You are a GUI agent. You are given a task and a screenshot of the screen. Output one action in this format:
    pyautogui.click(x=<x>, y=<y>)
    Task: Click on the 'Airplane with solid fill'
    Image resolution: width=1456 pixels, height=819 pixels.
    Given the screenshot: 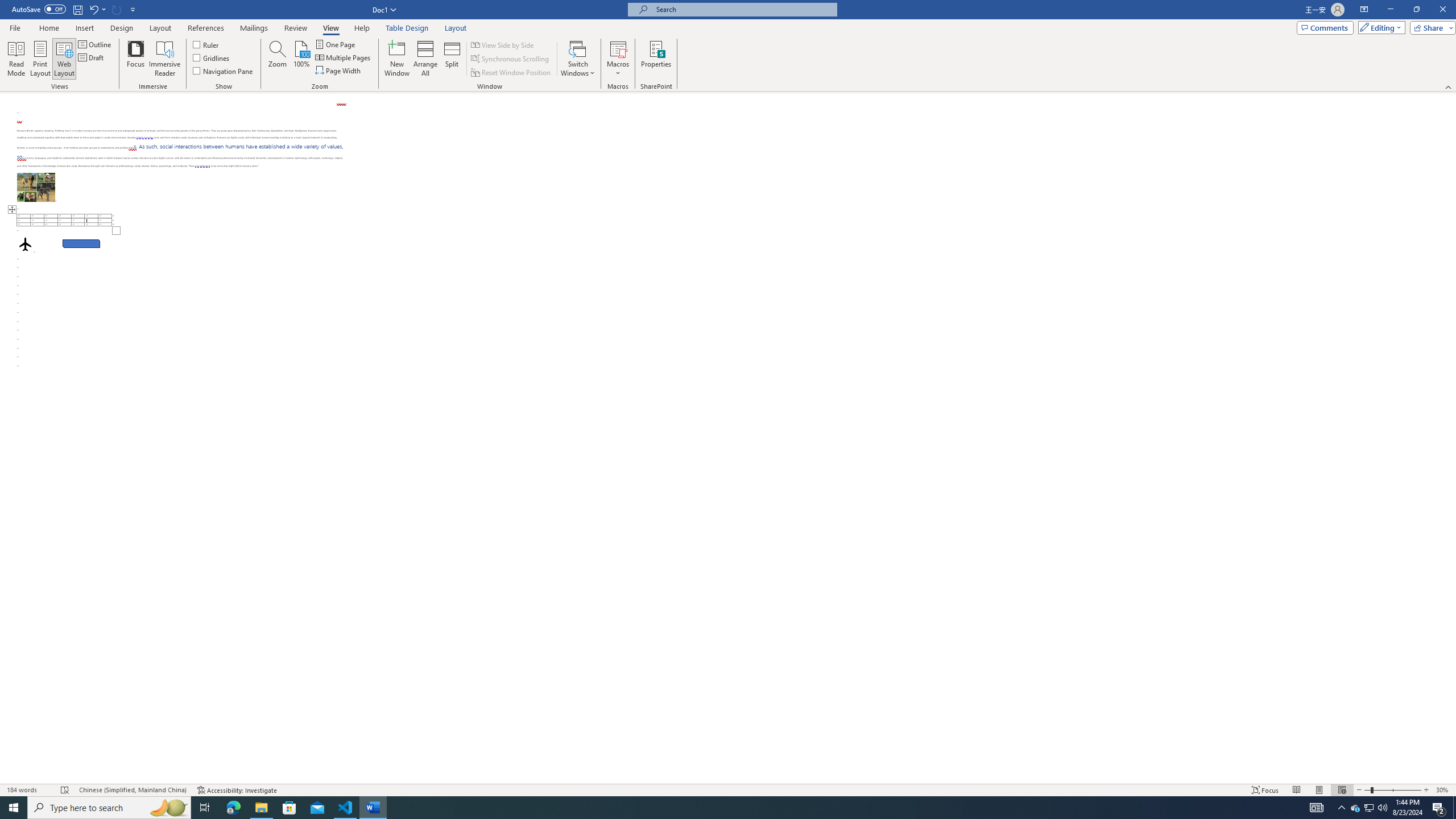 What is the action you would take?
    pyautogui.click(x=25, y=243)
    